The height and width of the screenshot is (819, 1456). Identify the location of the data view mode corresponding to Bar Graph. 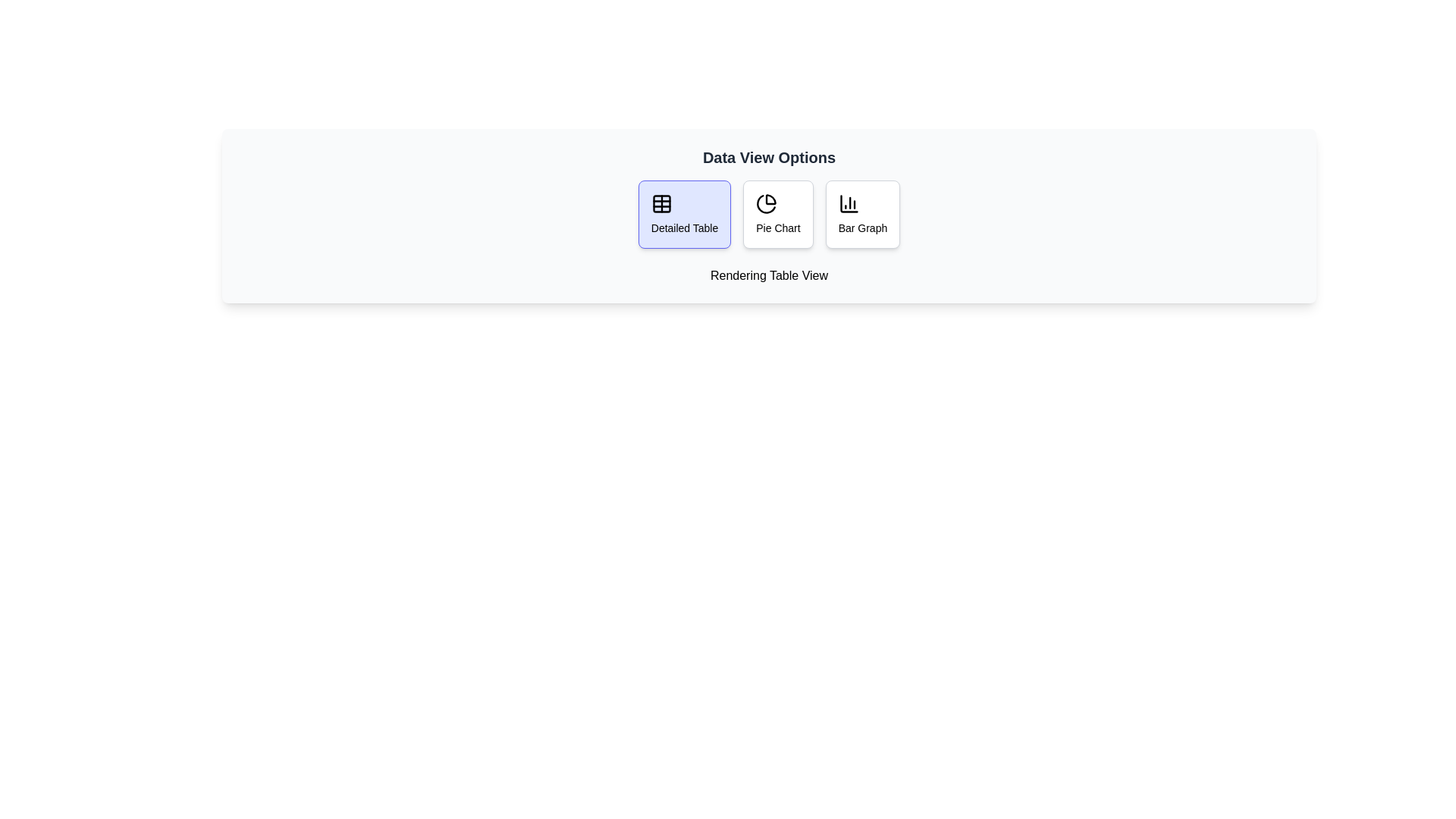
(862, 214).